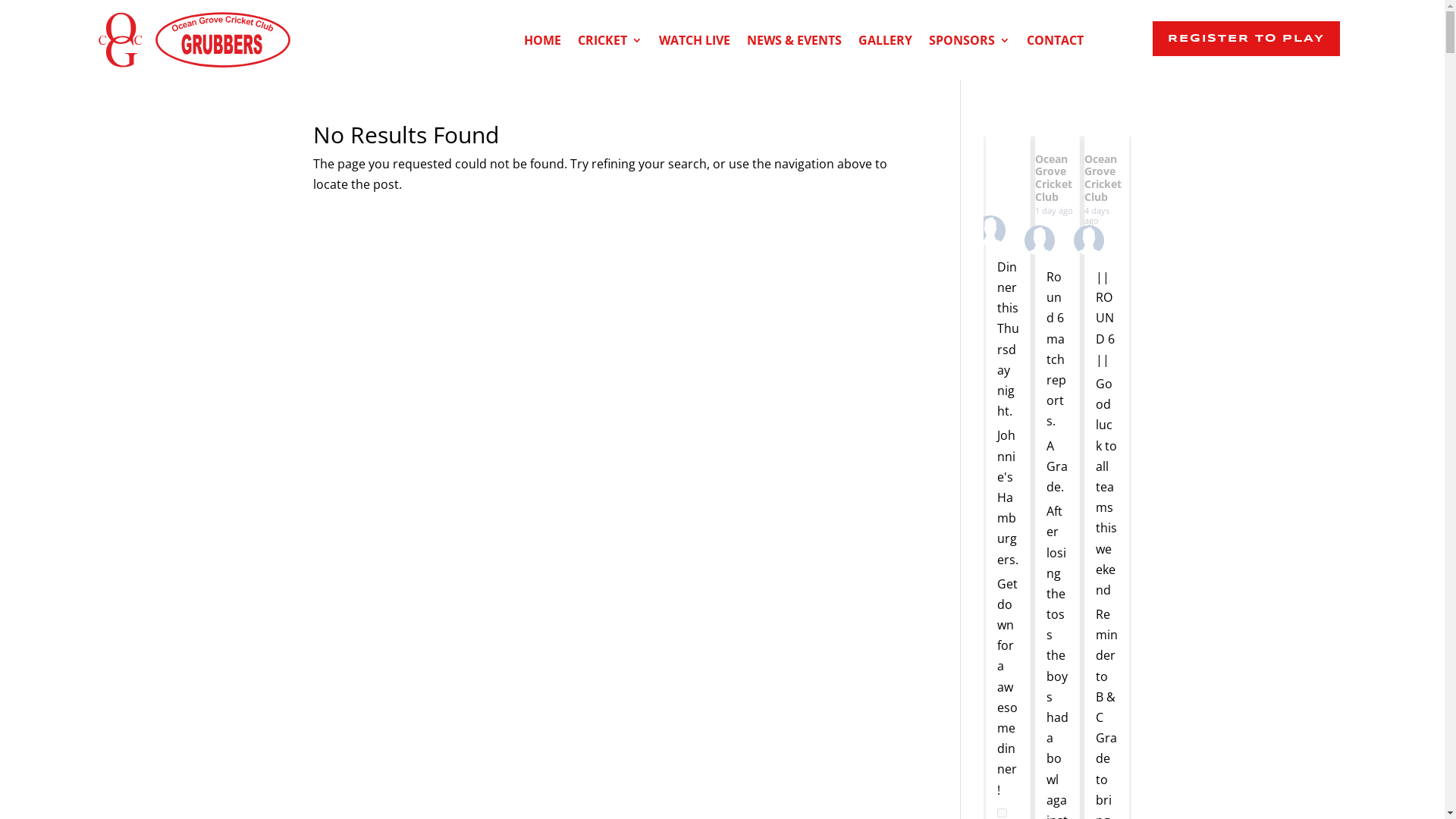 The width and height of the screenshot is (1456, 819). I want to click on 'GALLERY', so click(858, 42).